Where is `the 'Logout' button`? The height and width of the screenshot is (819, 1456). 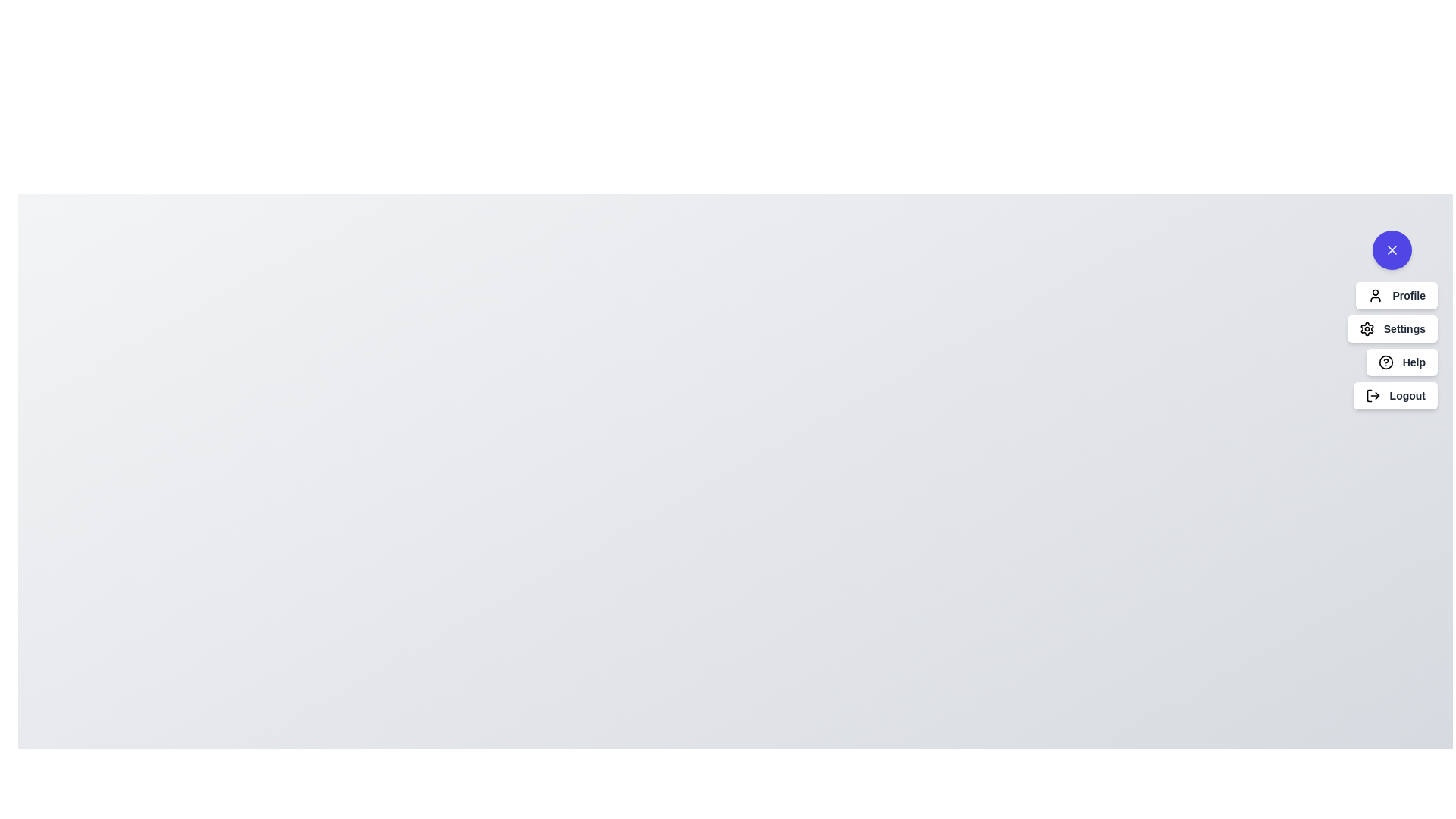 the 'Logout' button is located at coordinates (1395, 394).